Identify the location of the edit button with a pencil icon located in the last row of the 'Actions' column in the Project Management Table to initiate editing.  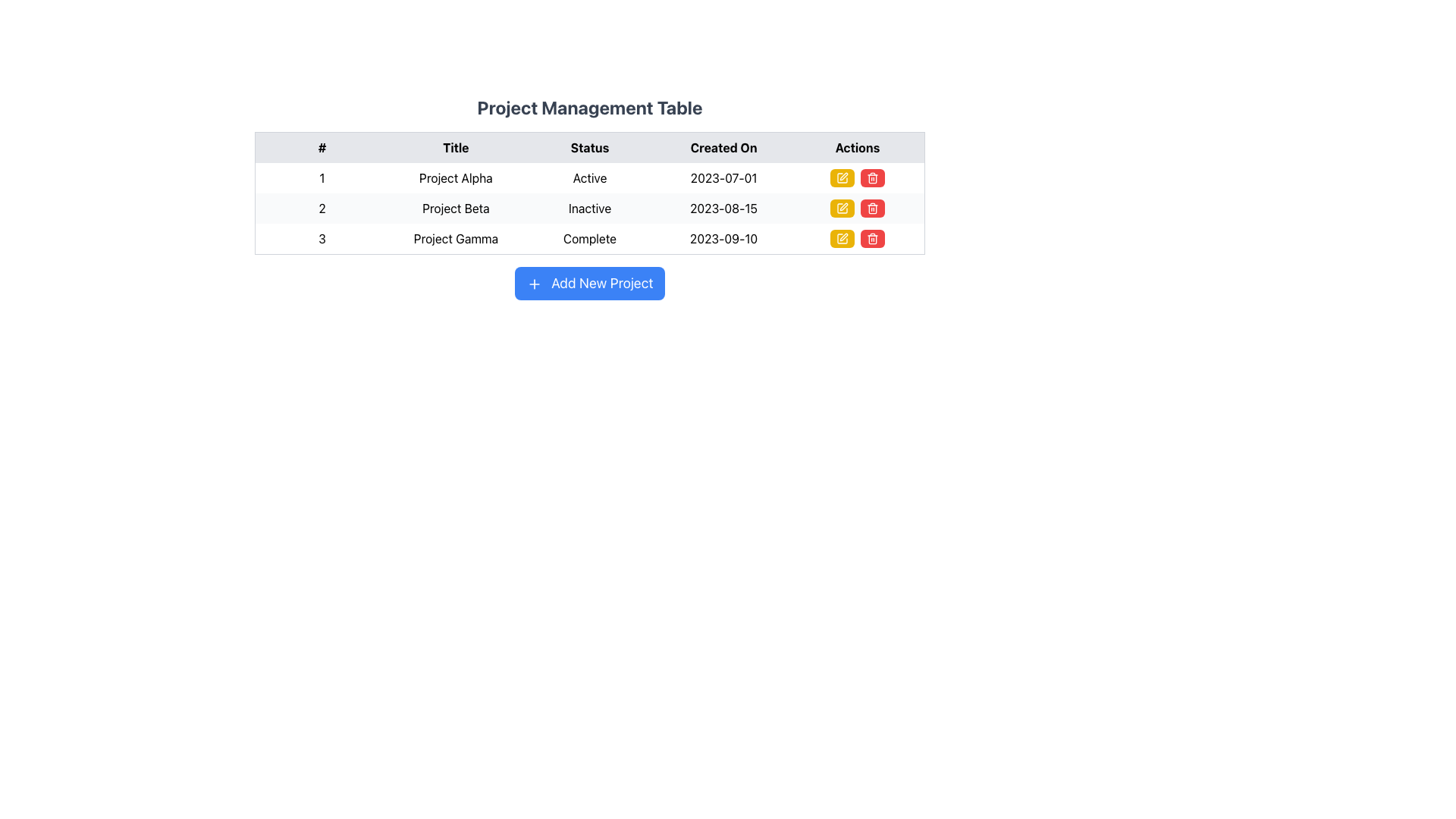
(841, 239).